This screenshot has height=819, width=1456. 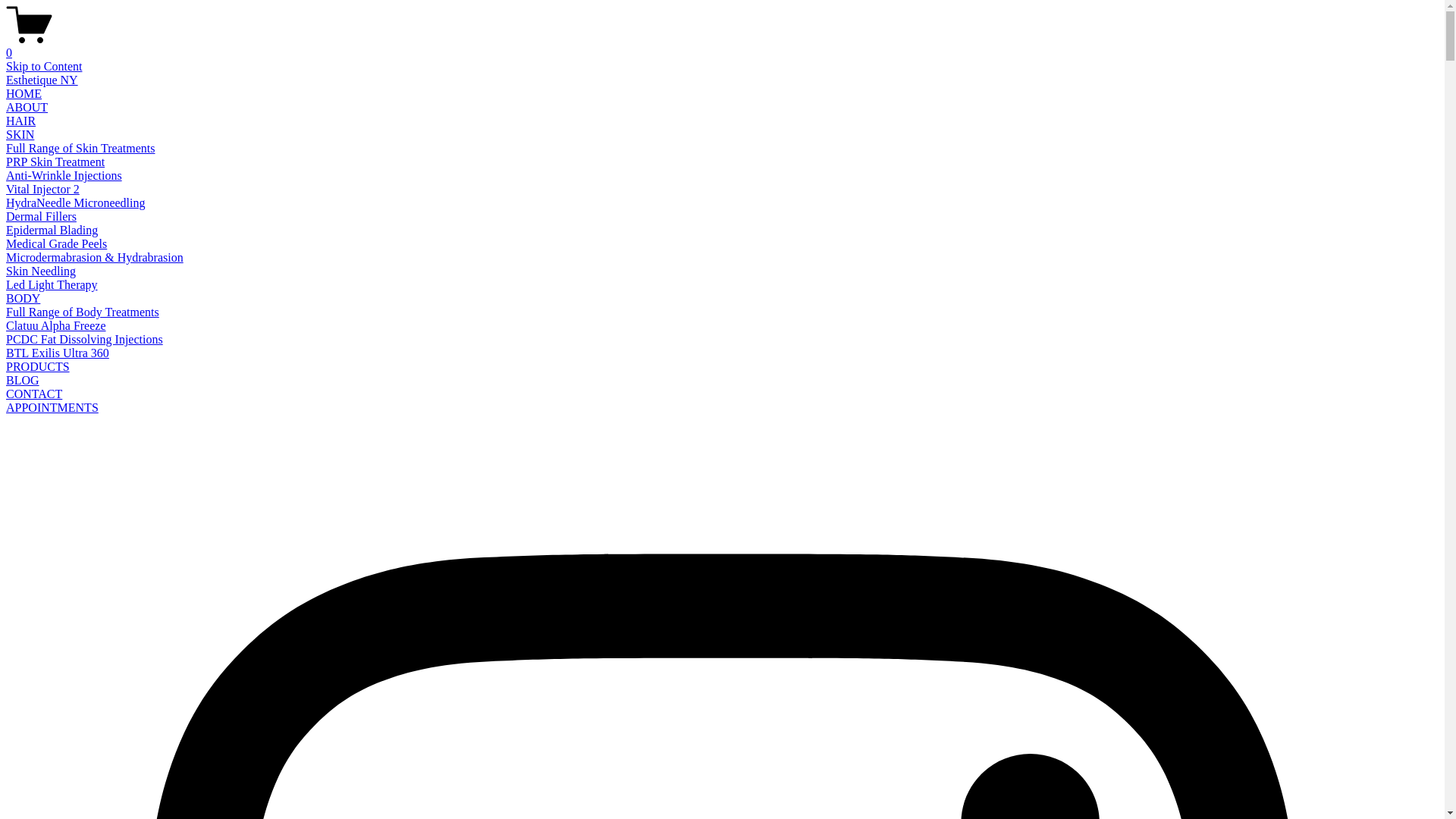 What do you see at coordinates (55, 325) in the screenshot?
I see `'Clatuu Alpha Freeze'` at bounding box center [55, 325].